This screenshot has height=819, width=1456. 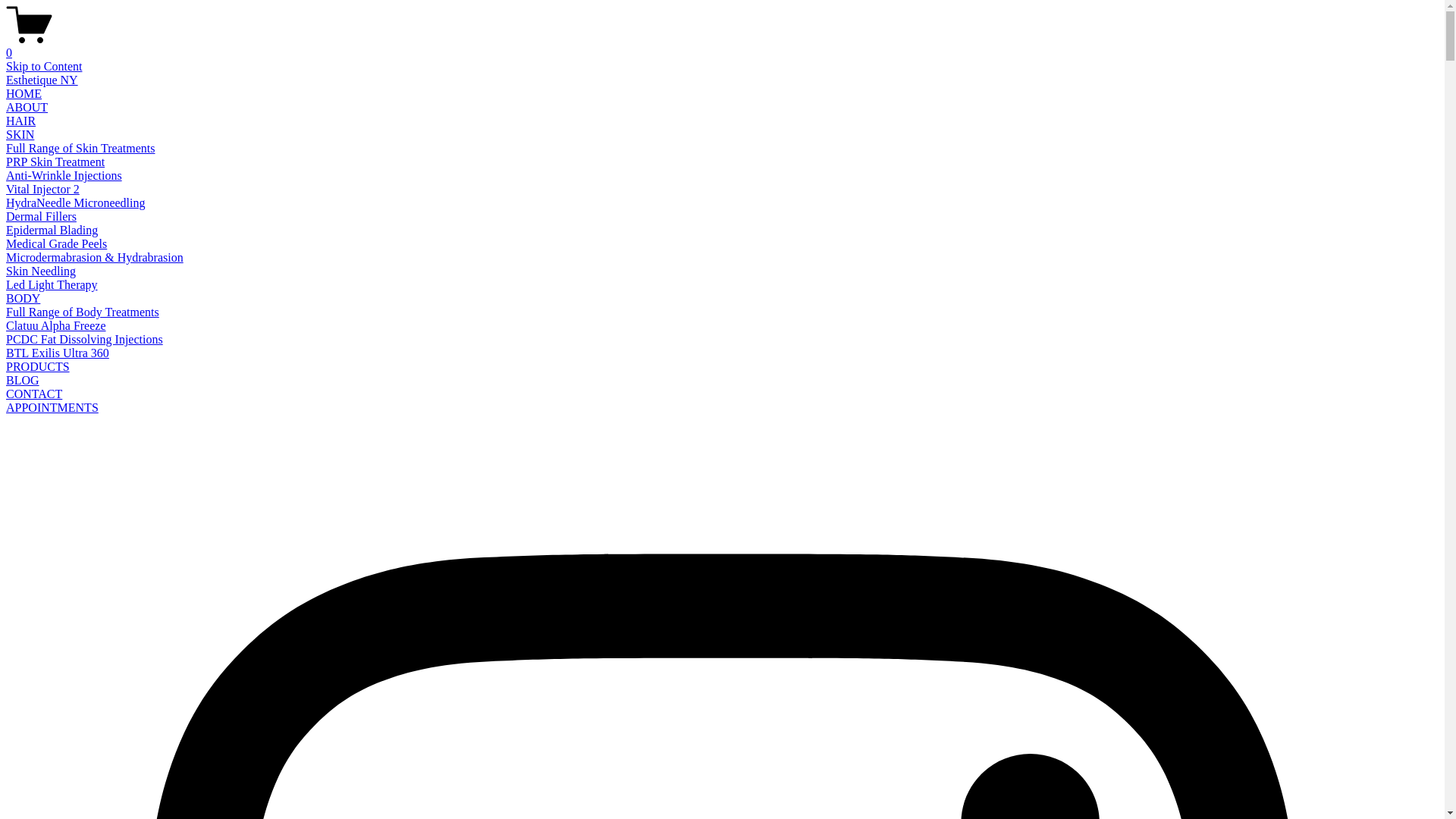 What do you see at coordinates (55, 325) in the screenshot?
I see `'Clatuu Alpha Freeze'` at bounding box center [55, 325].